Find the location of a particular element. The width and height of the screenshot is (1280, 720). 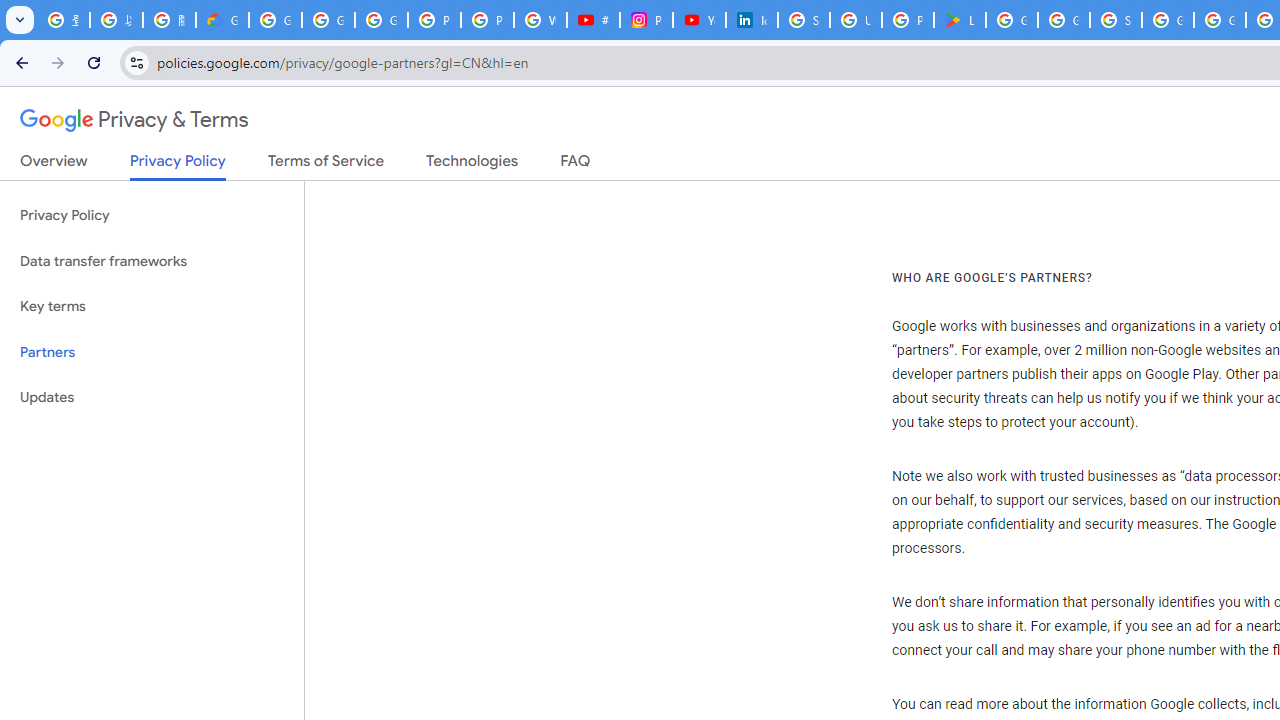

'Last Shelter: Survival - Apps on Google Play' is located at coordinates (960, 20).